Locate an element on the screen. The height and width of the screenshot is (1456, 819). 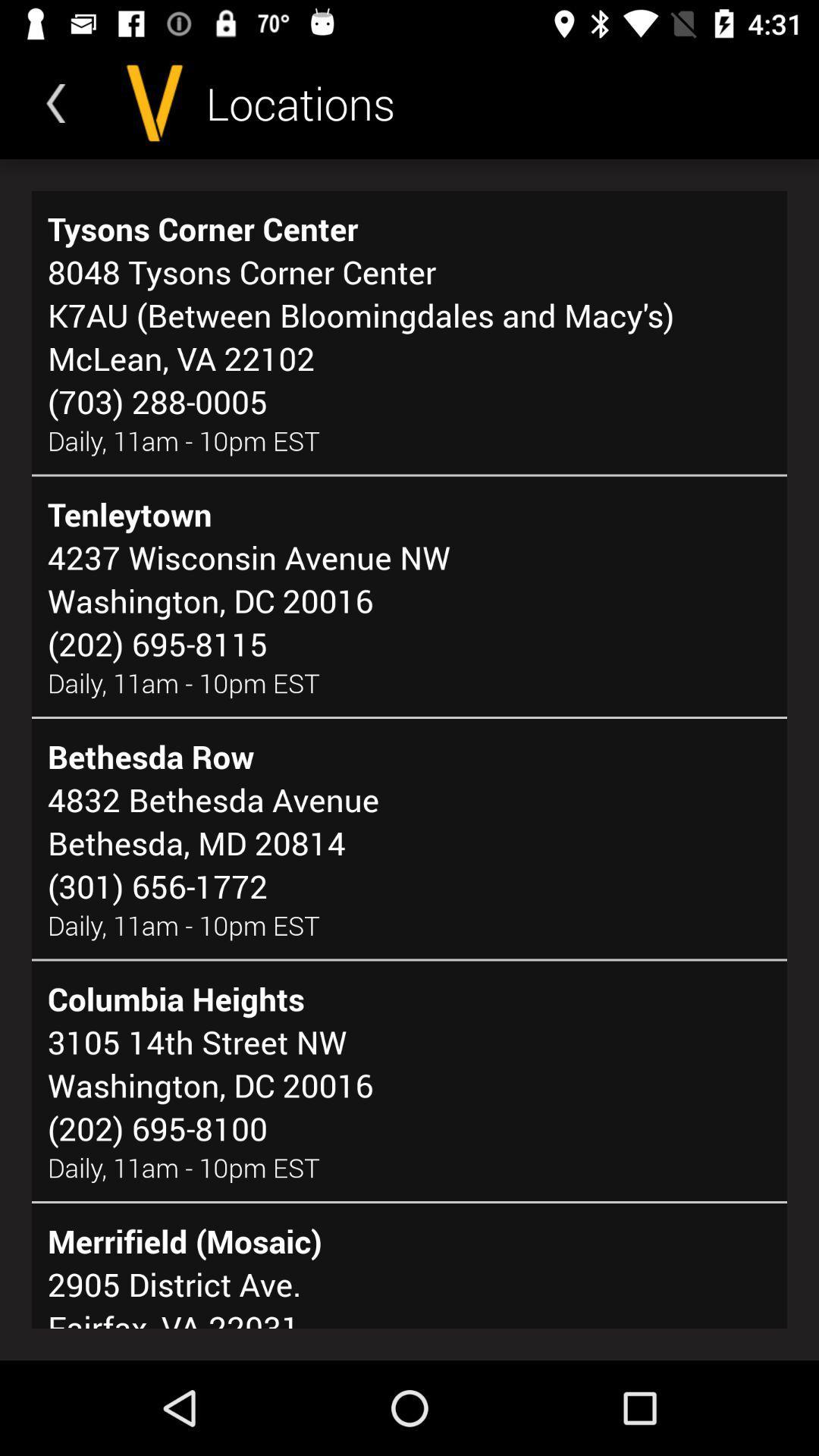
the icon above the tysons corner center item is located at coordinates (55, 102).